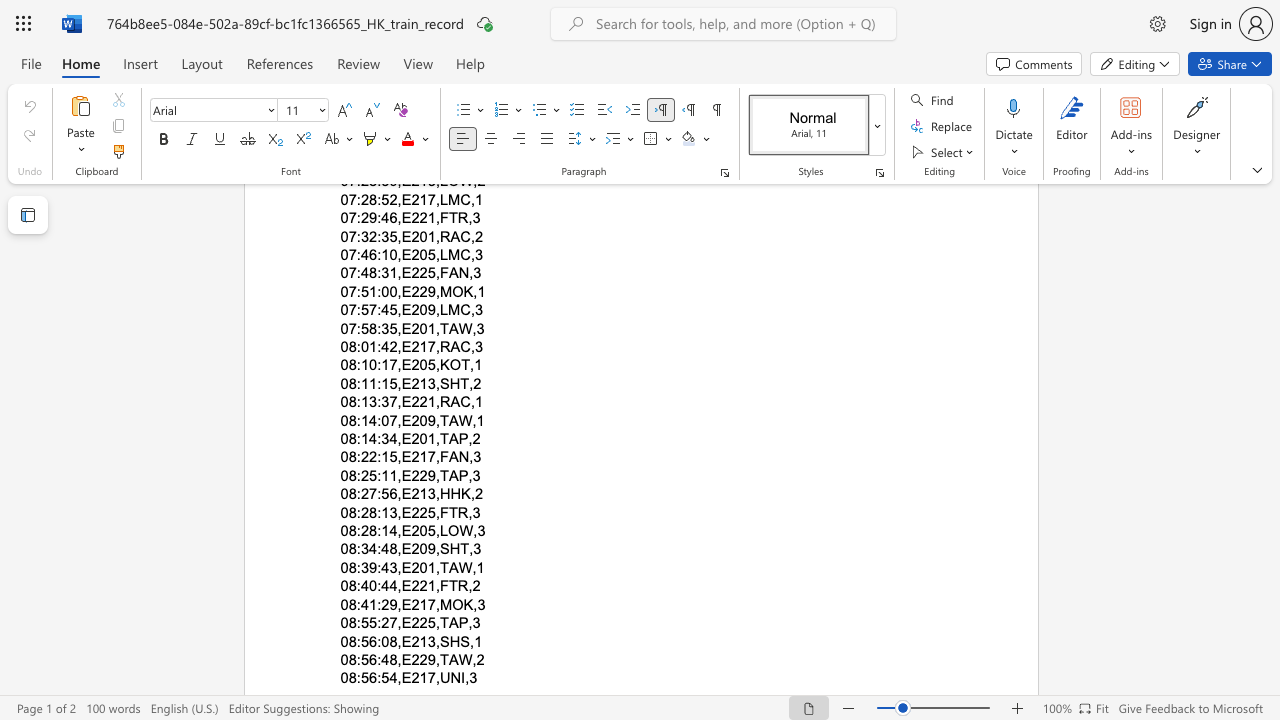 This screenshot has width=1280, height=720. What do you see at coordinates (402, 659) in the screenshot?
I see `the space between the continuous character "," and "E" in the text` at bounding box center [402, 659].